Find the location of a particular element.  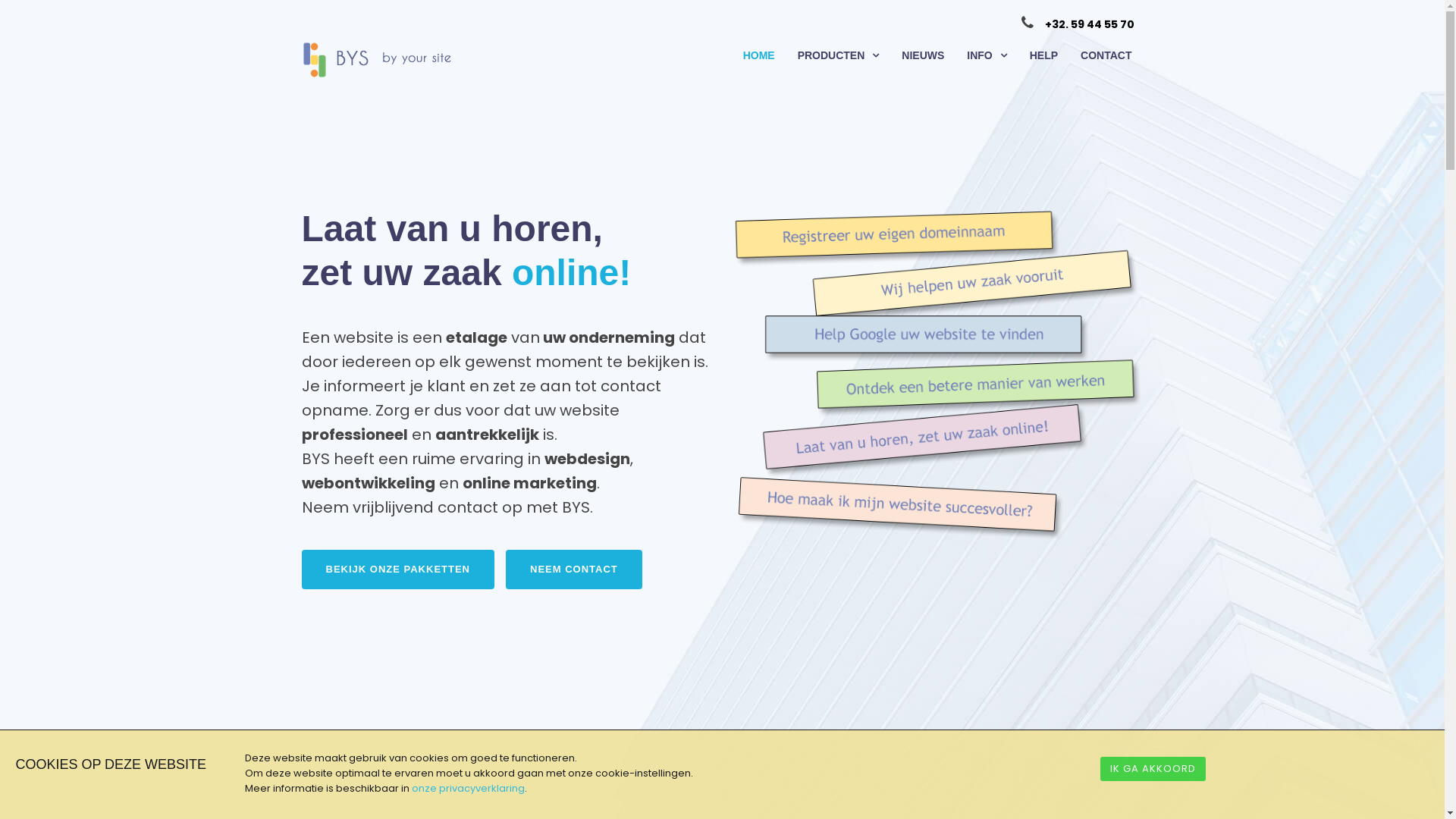

'+32. 59 44 55 70' is located at coordinates (1088, 24).